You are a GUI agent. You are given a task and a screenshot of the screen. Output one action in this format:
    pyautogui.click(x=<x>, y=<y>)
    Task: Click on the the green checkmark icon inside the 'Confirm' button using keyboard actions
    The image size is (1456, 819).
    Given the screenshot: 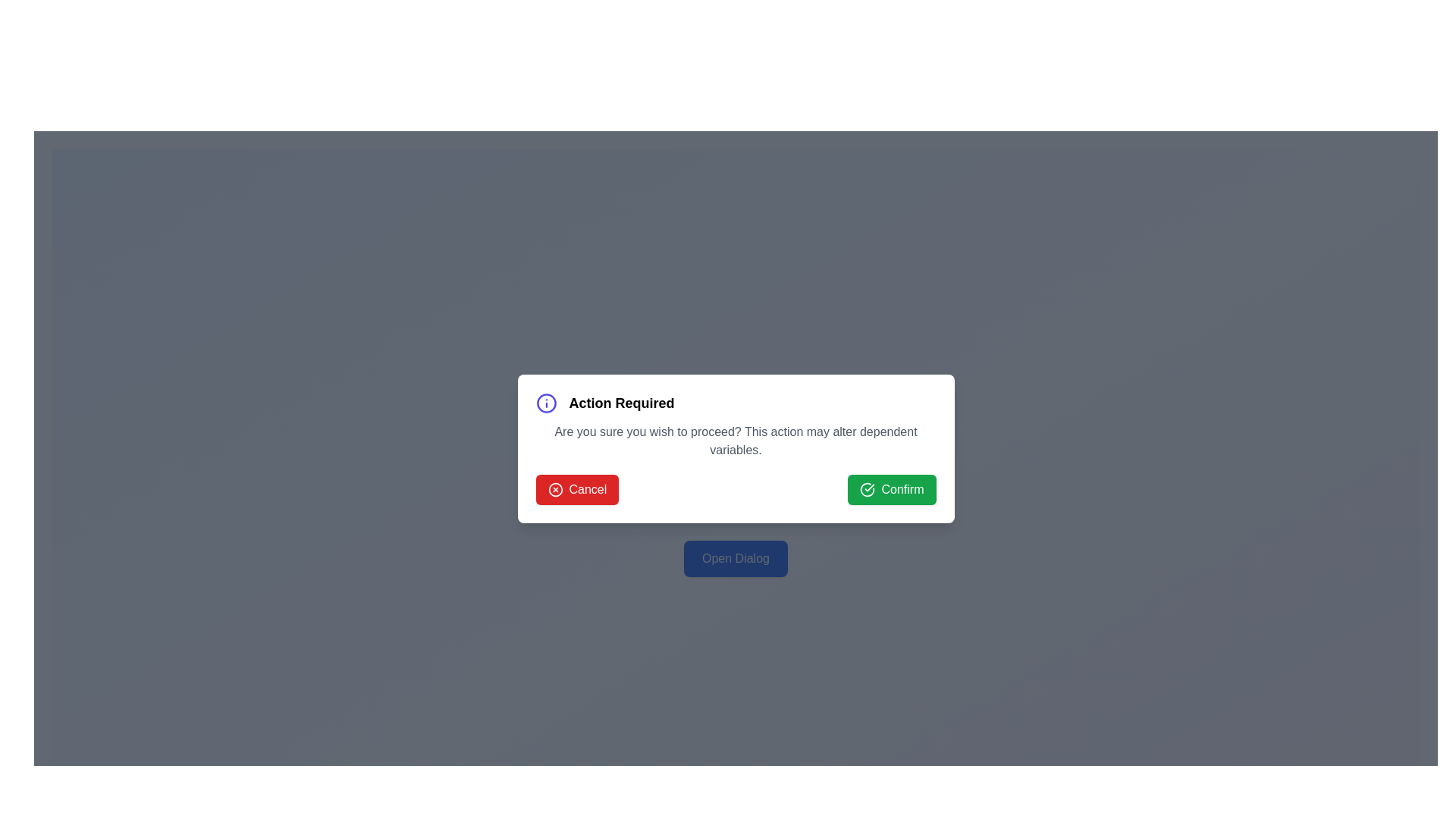 What is the action you would take?
    pyautogui.click(x=868, y=489)
    